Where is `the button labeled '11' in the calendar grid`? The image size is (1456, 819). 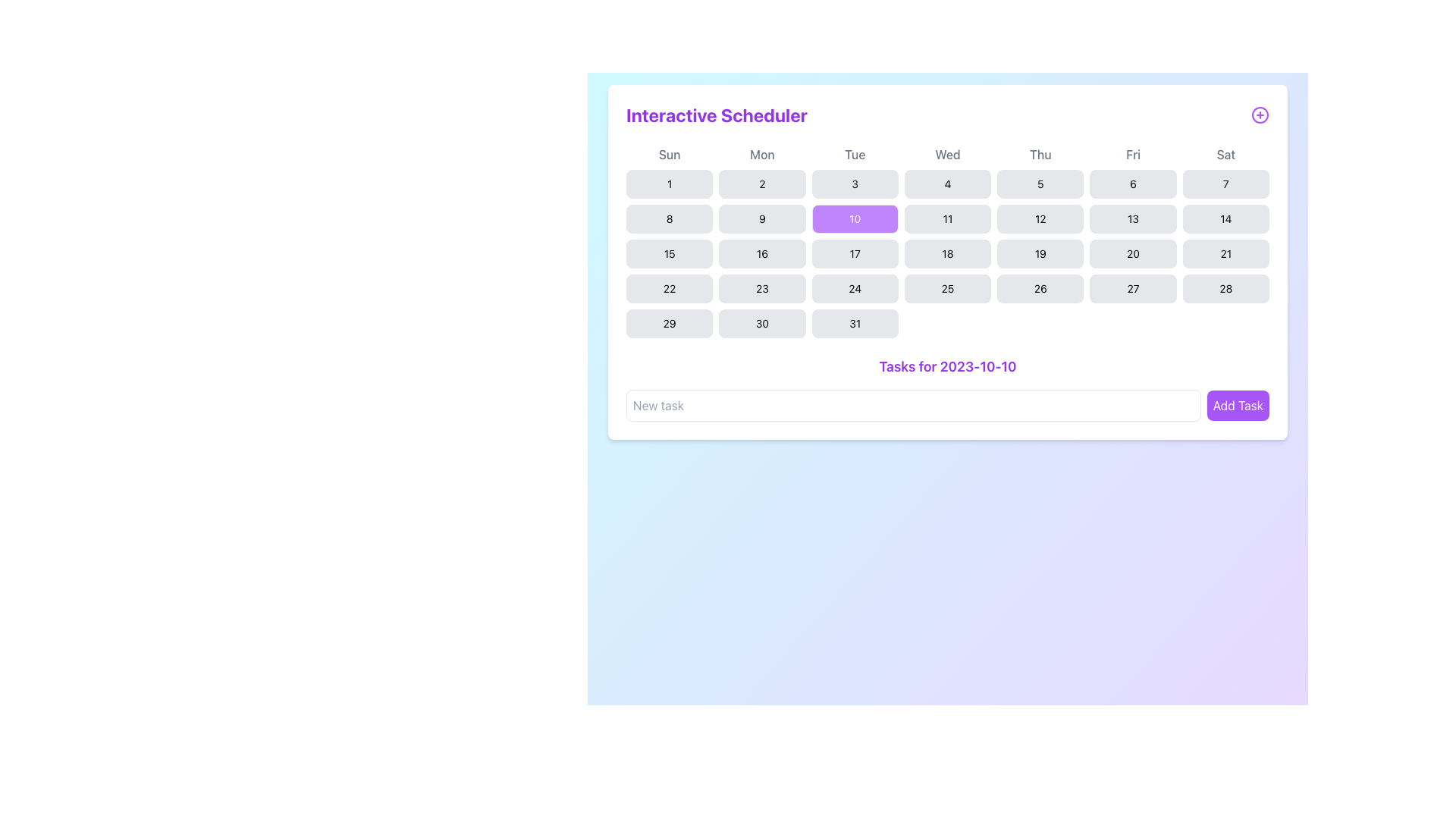
the button labeled '11' in the calendar grid is located at coordinates (946, 219).